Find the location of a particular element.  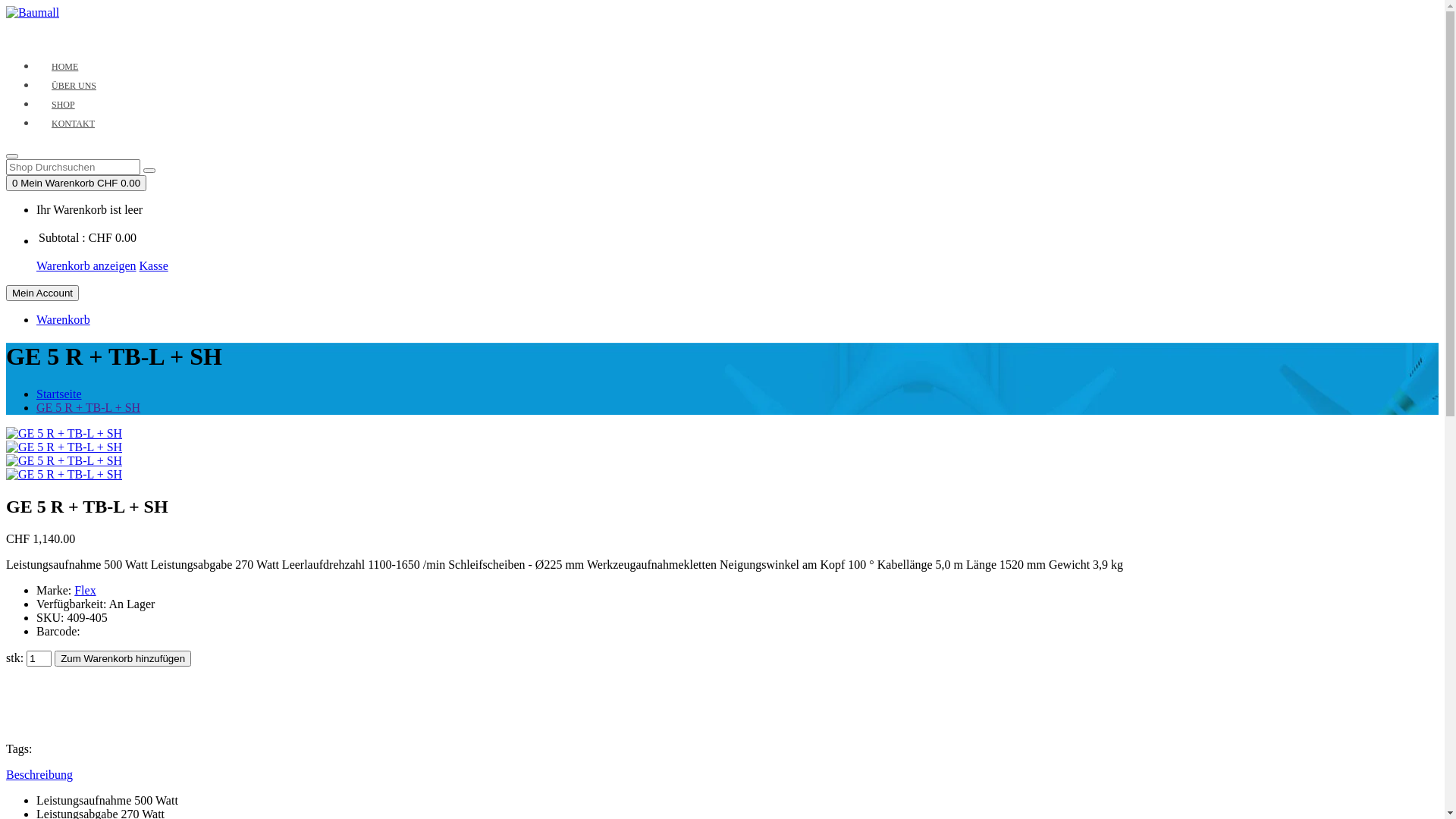

'GE 5 R + TB-L + SH' is located at coordinates (63, 460).